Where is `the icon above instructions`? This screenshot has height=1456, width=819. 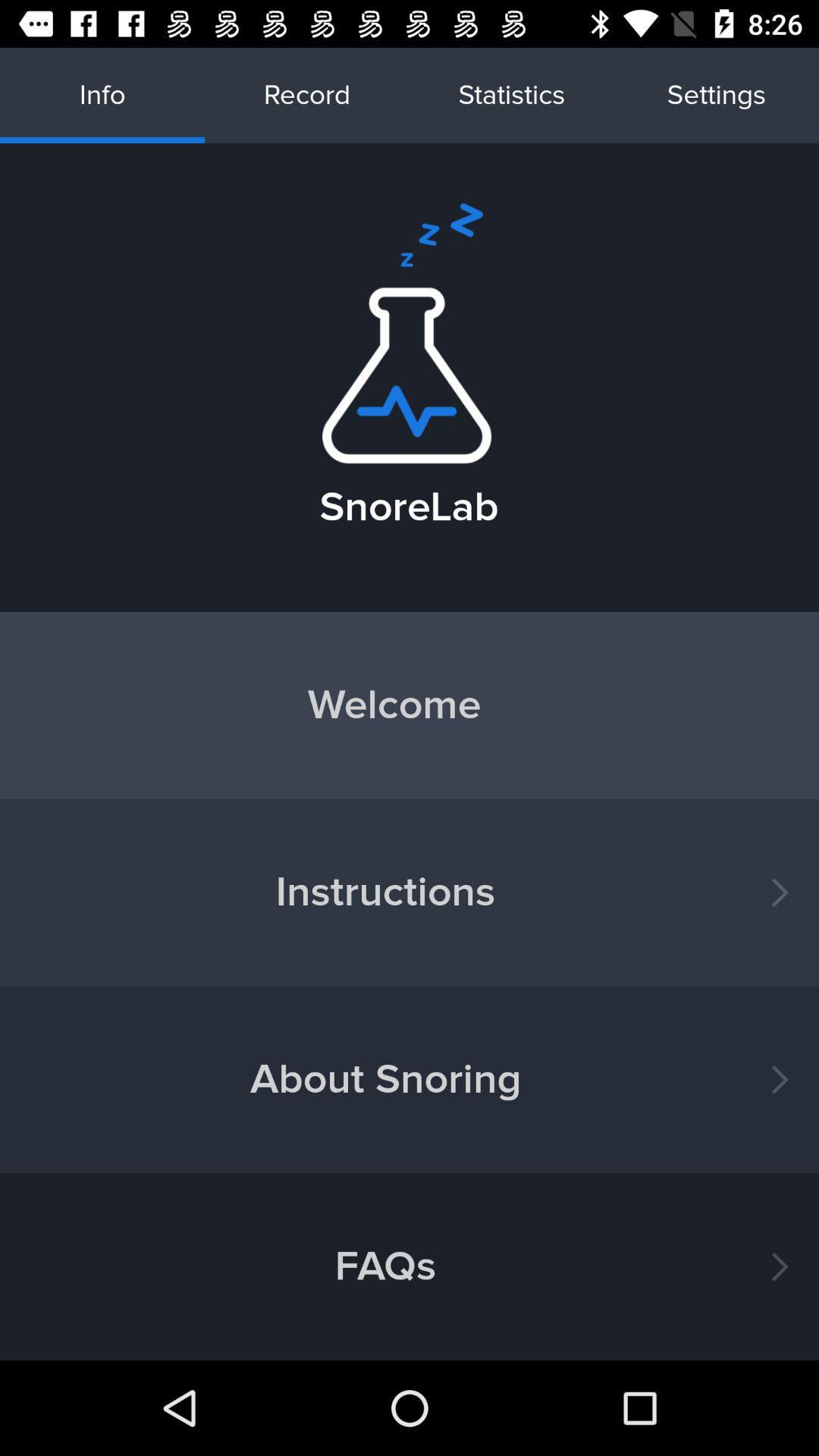
the icon above instructions is located at coordinates (409, 704).